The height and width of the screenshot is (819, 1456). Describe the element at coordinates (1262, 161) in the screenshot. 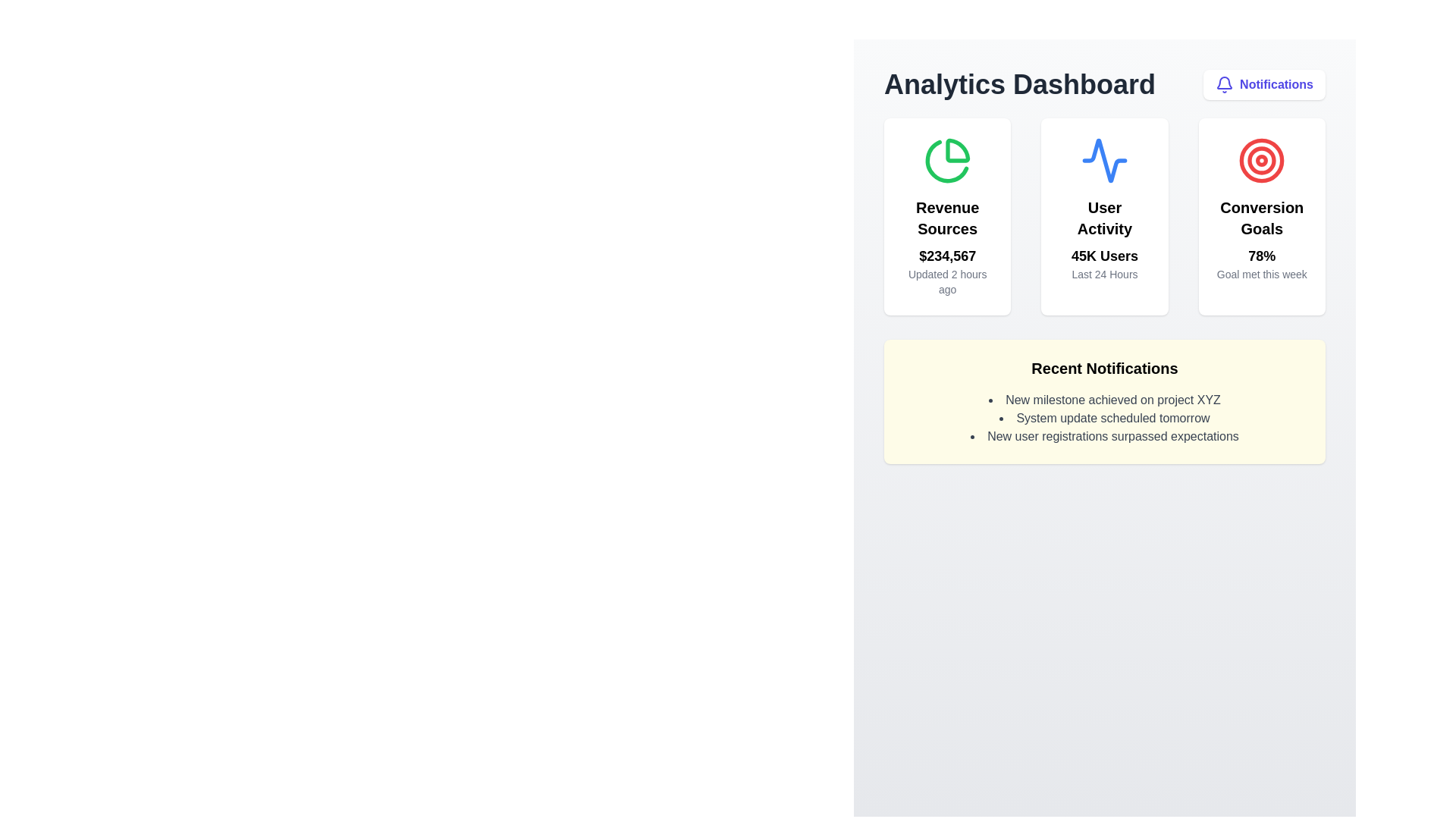

I see `the outer circle of the SVG icon located at the top-right corner of the dashboard, part of the 'Conversion Goals' card to trigger a possible UI response` at that location.